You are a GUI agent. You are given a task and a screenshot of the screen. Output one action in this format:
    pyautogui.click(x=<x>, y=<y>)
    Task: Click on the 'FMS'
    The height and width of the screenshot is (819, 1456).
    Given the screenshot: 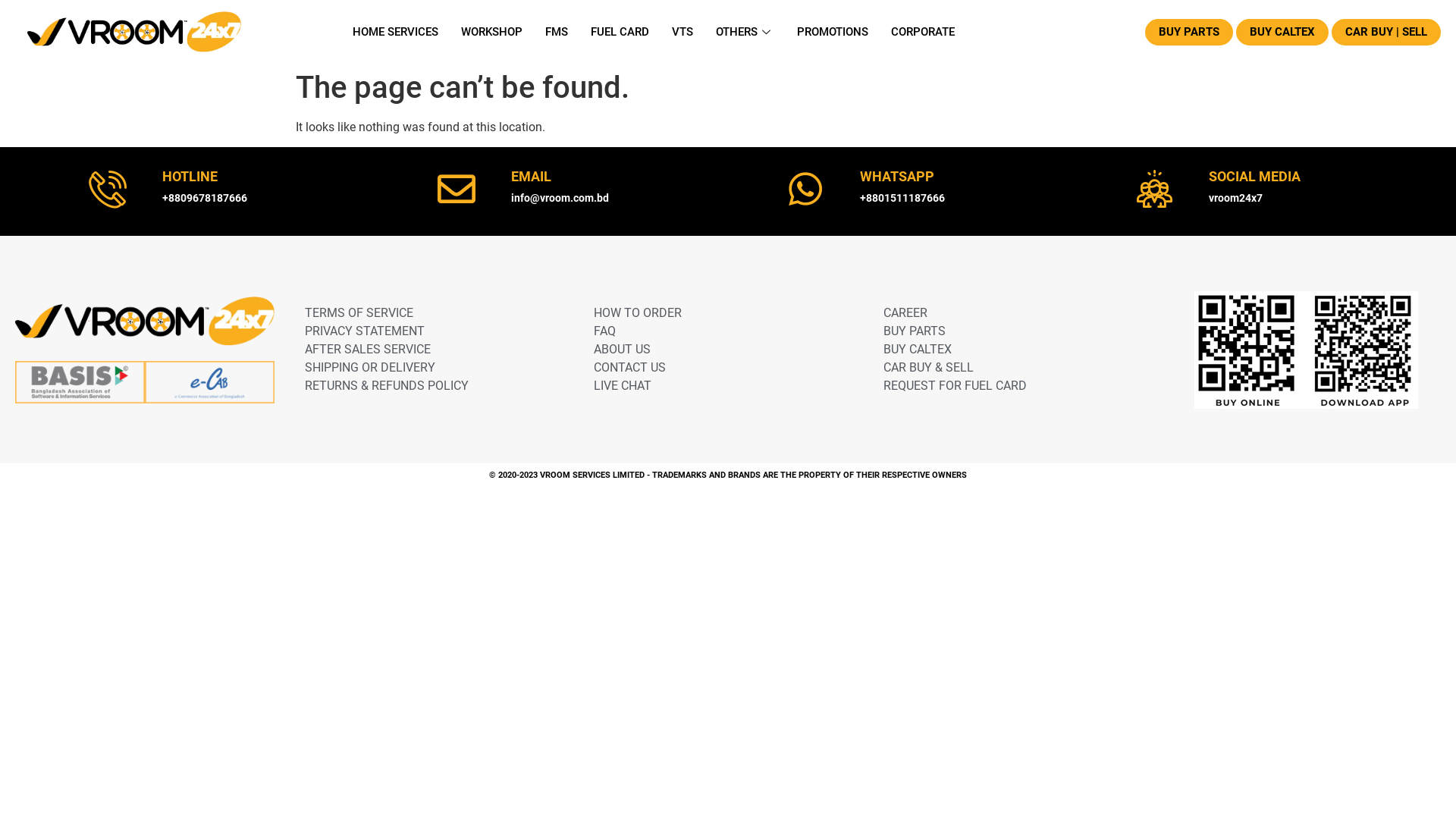 What is the action you would take?
    pyautogui.click(x=556, y=32)
    